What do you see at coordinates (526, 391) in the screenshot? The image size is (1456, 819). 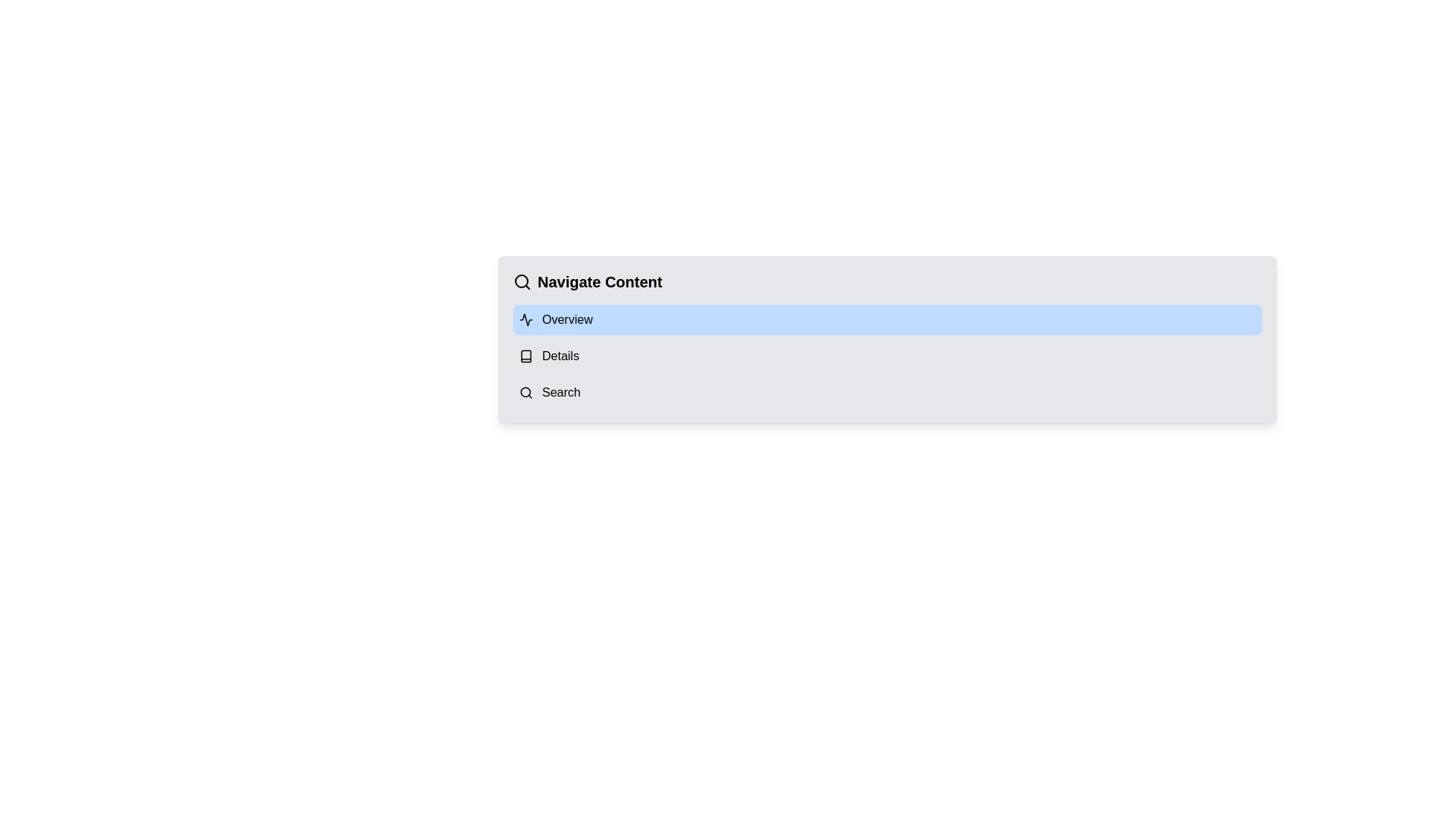 I see `the SVG Circle that visually represents part of a magnifying glass icon, associated with the search functionality near the title 'Navigate Content'` at bounding box center [526, 391].